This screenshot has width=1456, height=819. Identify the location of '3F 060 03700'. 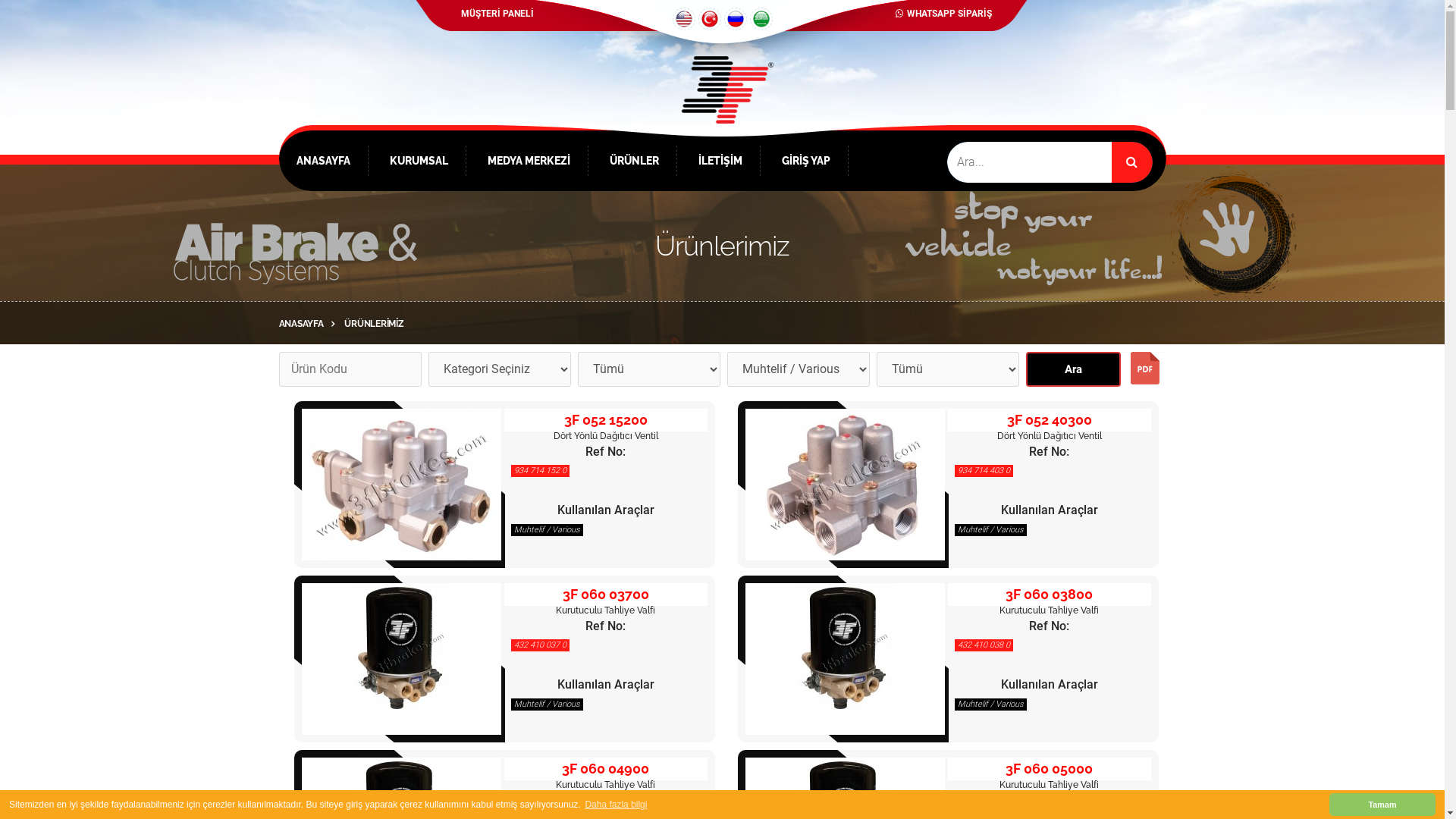
(604, 593).